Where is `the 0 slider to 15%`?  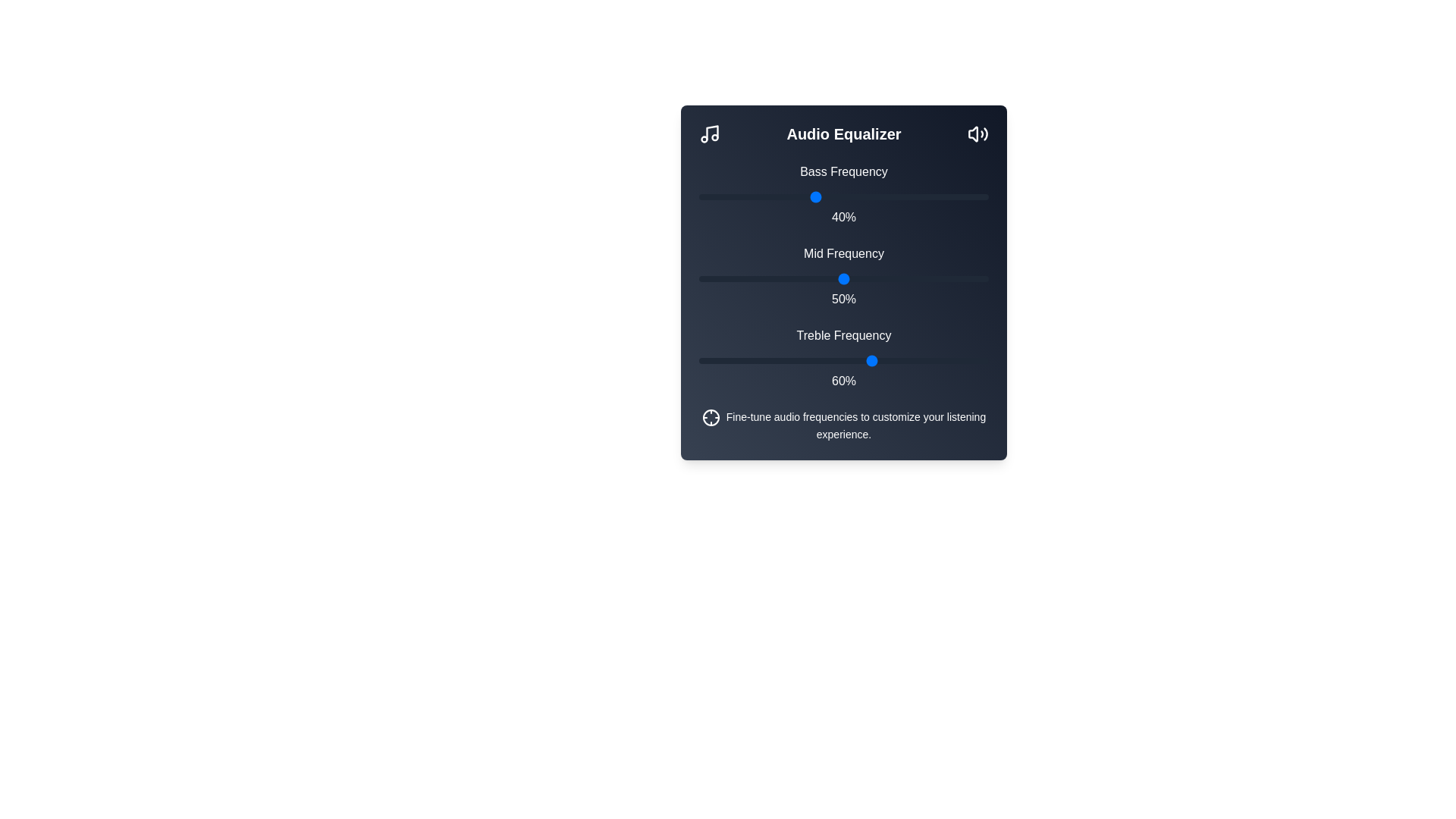 the 0 slider to 15% is located at coordinates (742, 196).